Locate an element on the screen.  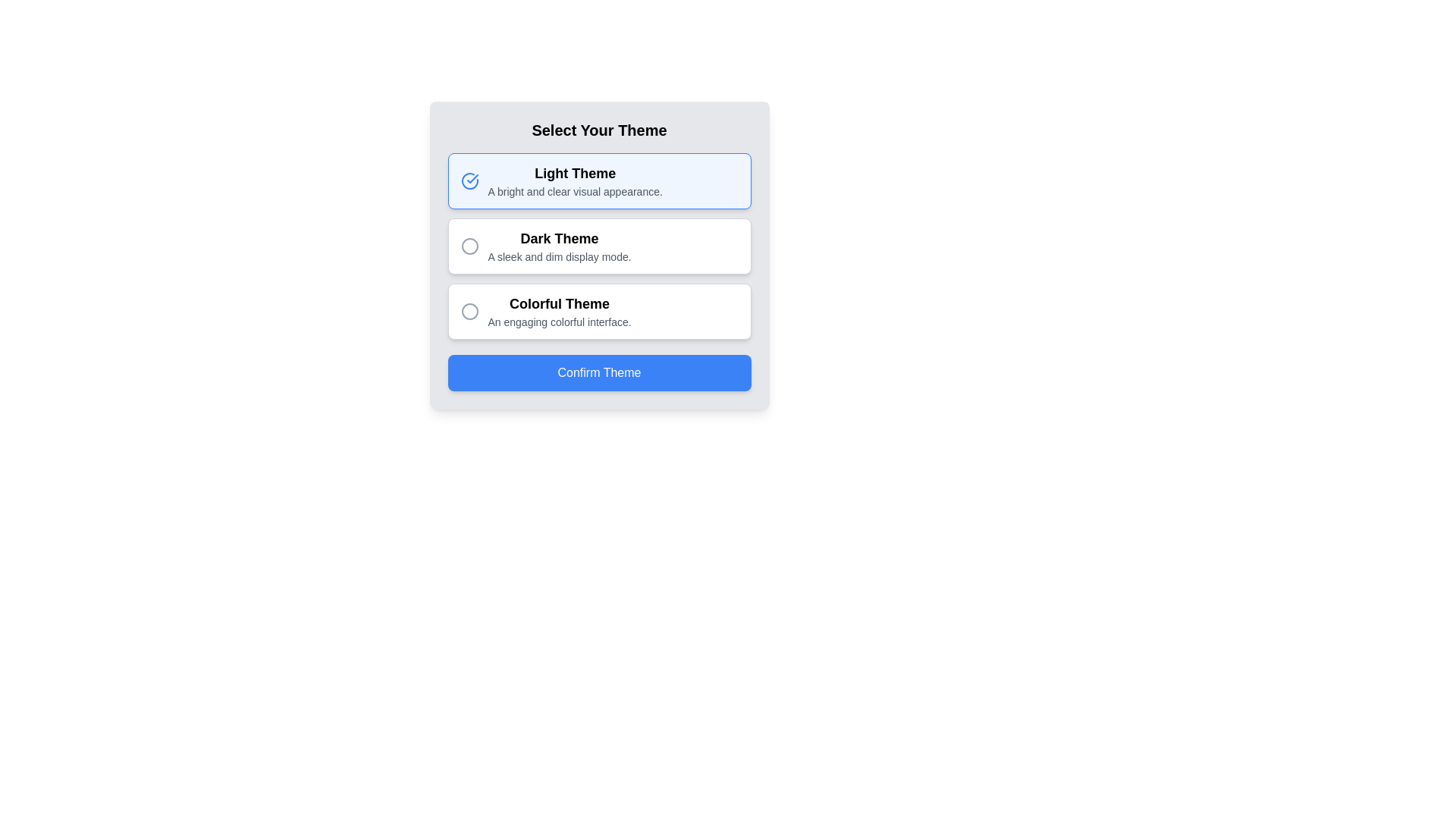
description of the 'Light Theme' option, which is the first text block in the vertical list of theme selections located just beneath the main heading 'Select Your Theme.' is located at coordinates (574, 180).